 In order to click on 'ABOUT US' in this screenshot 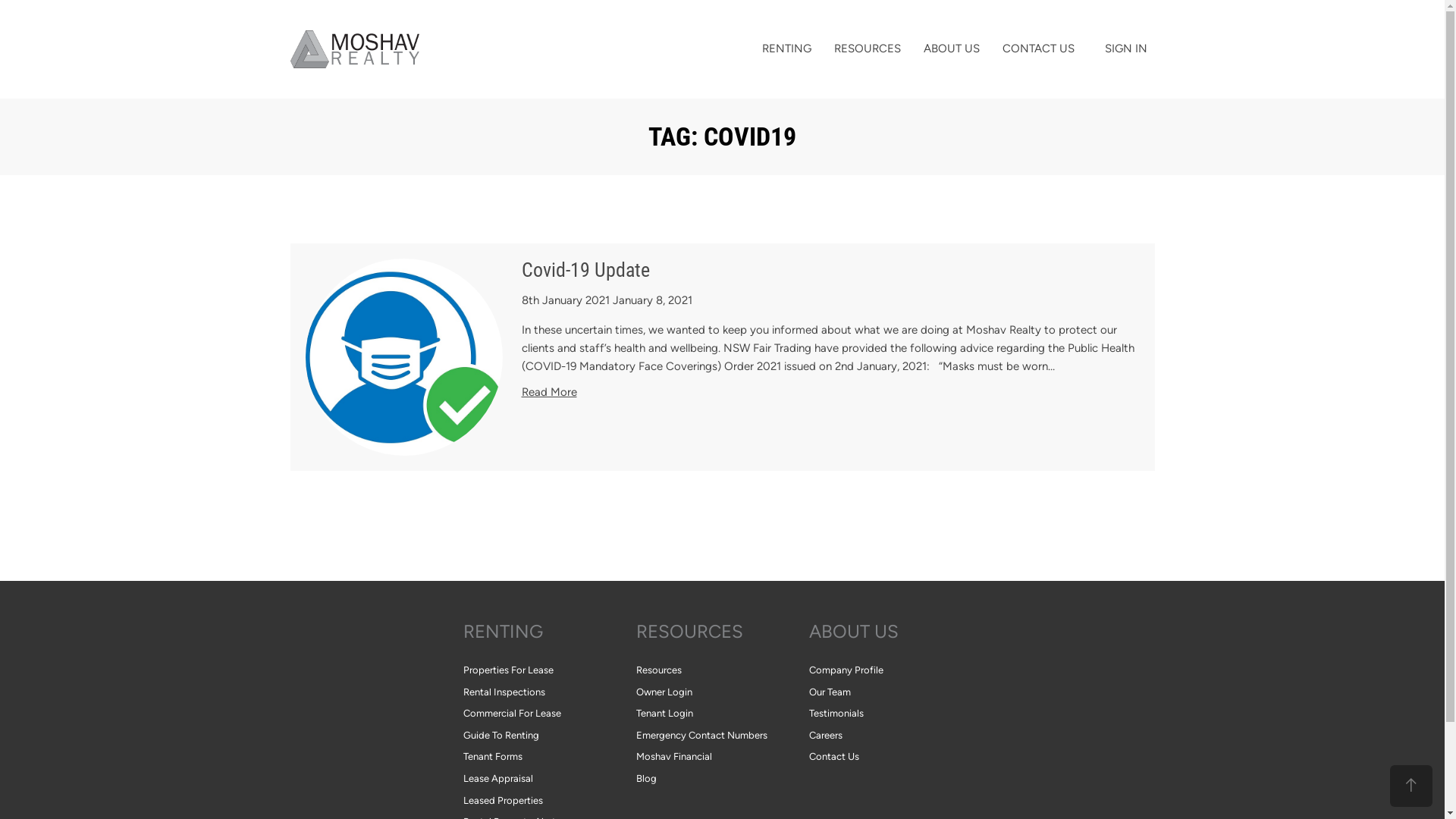, I will do `click(895, 632)`.